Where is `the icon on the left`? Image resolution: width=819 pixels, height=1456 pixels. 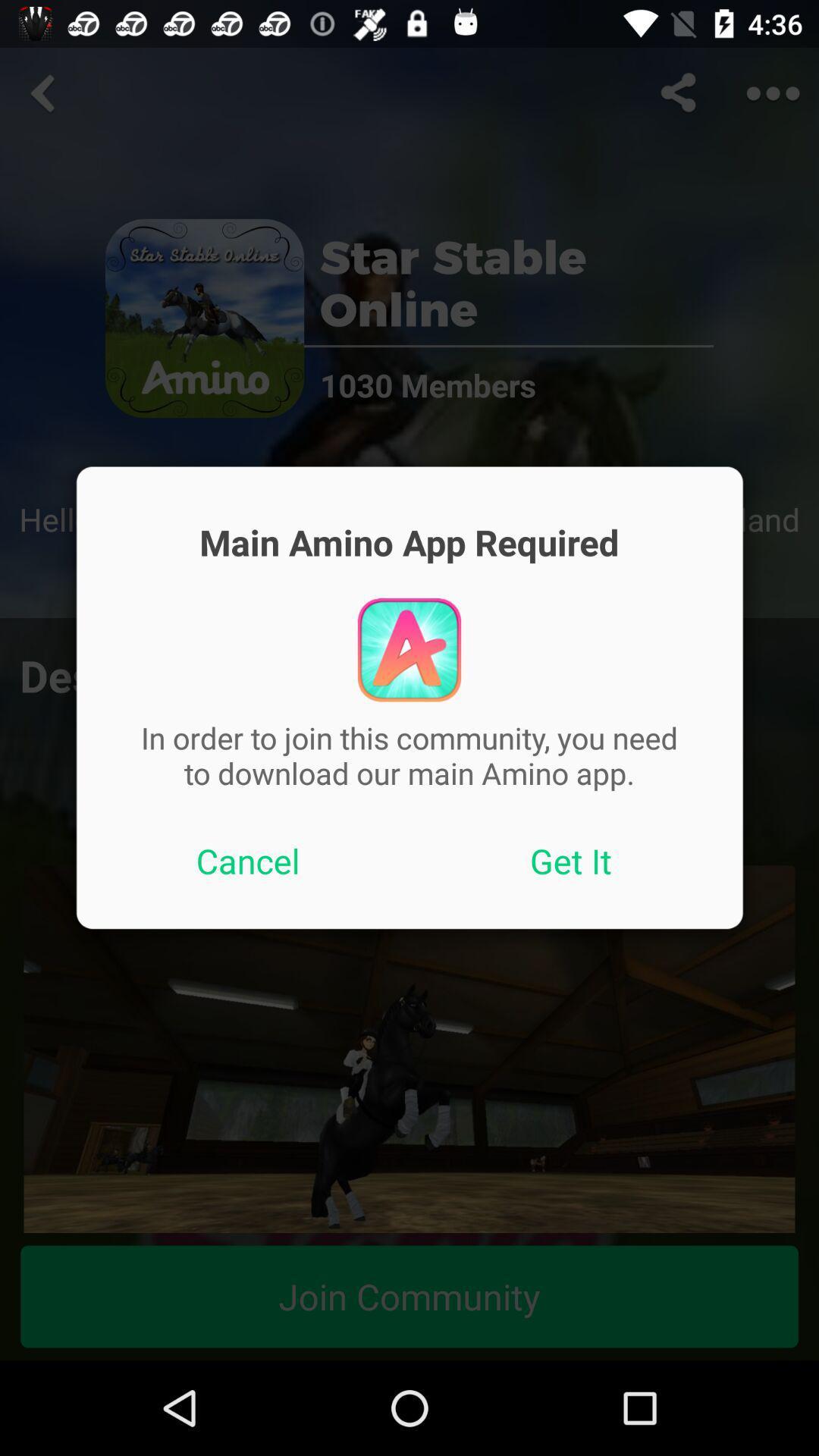 the icon on the left is located at coordinates (247, 861).